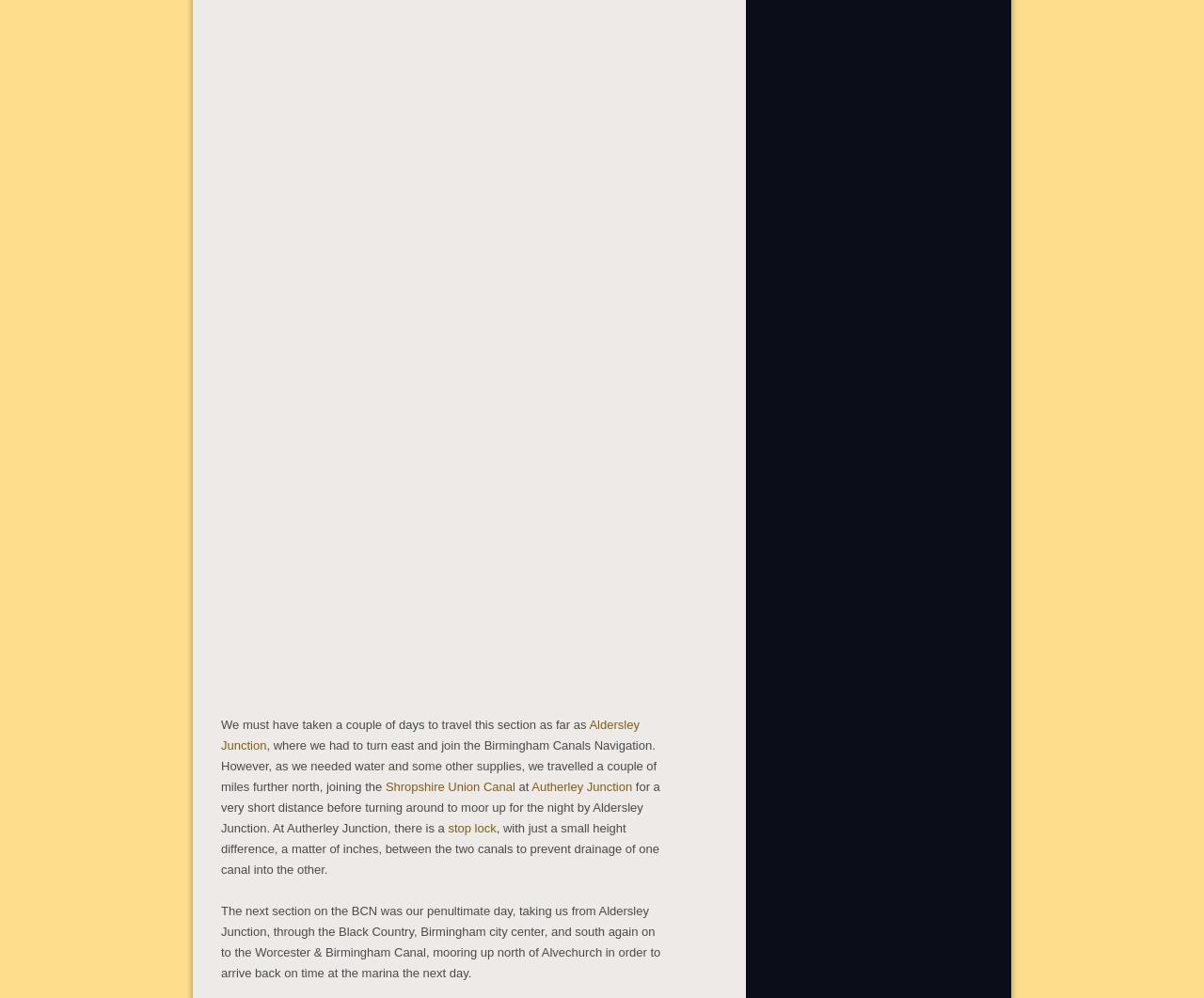 Image resolution: width=1204 pixels, height=998 pixels. Describe the element at coordinates (383, 784) in the screenshot. I see `'Shropshire Union Canal'` at that location.